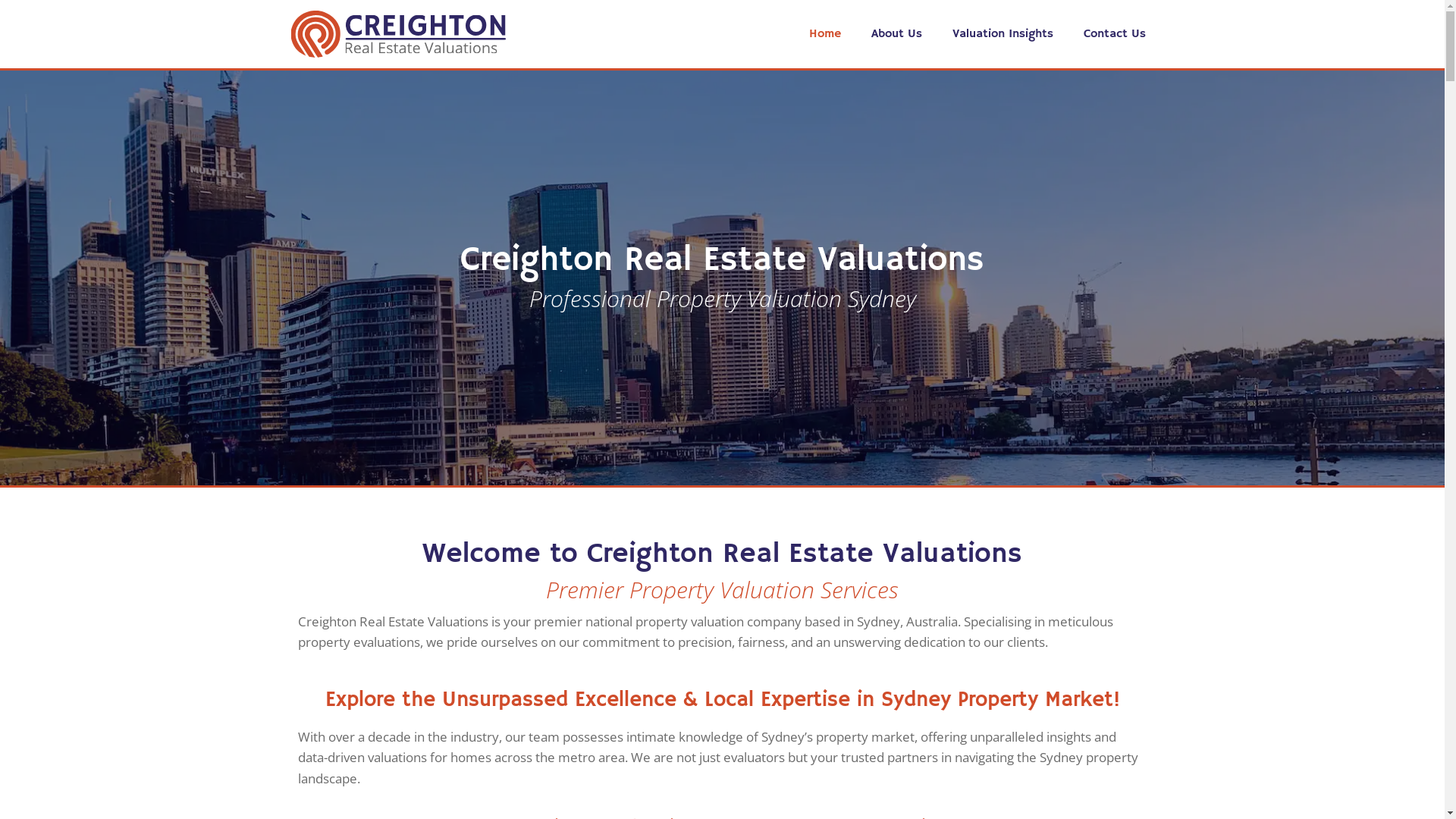  Describe the element at coordinates (896, 34) in the screenshot. I see `'About Us'` at that location.